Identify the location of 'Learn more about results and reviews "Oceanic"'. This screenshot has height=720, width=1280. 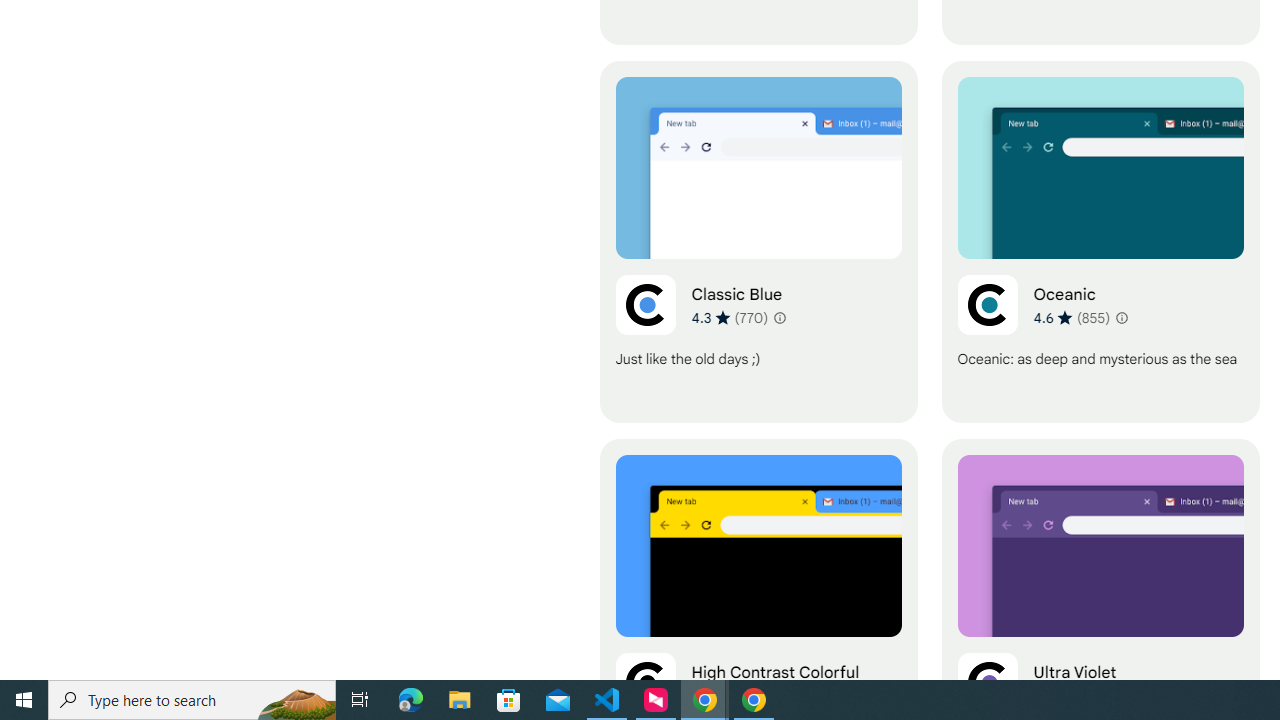
(1120, 316).